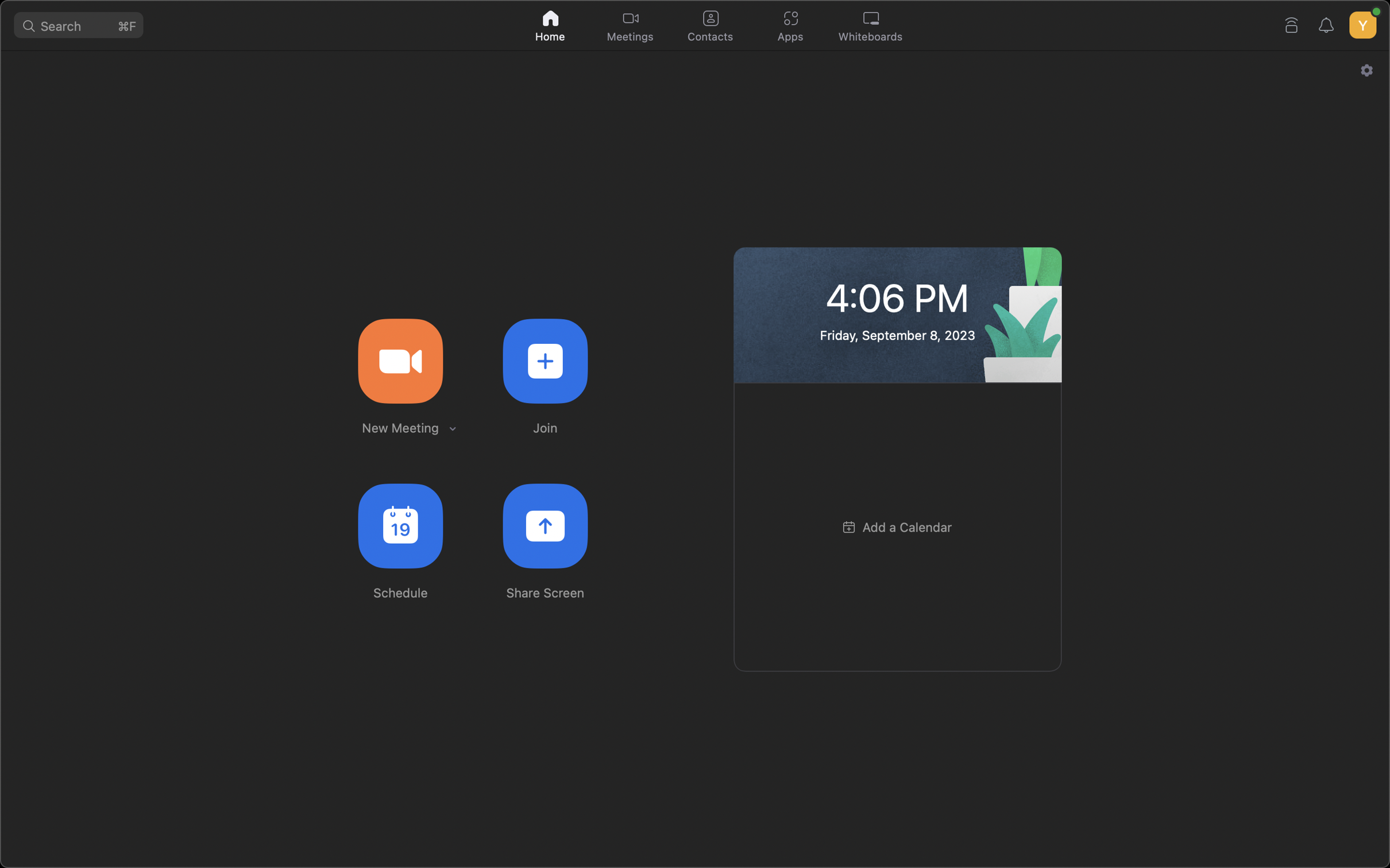 Image resolution: width=1390 pixels, height=868 pixels. I want to click on and hit the bell for notifications, so click(1328, 24).